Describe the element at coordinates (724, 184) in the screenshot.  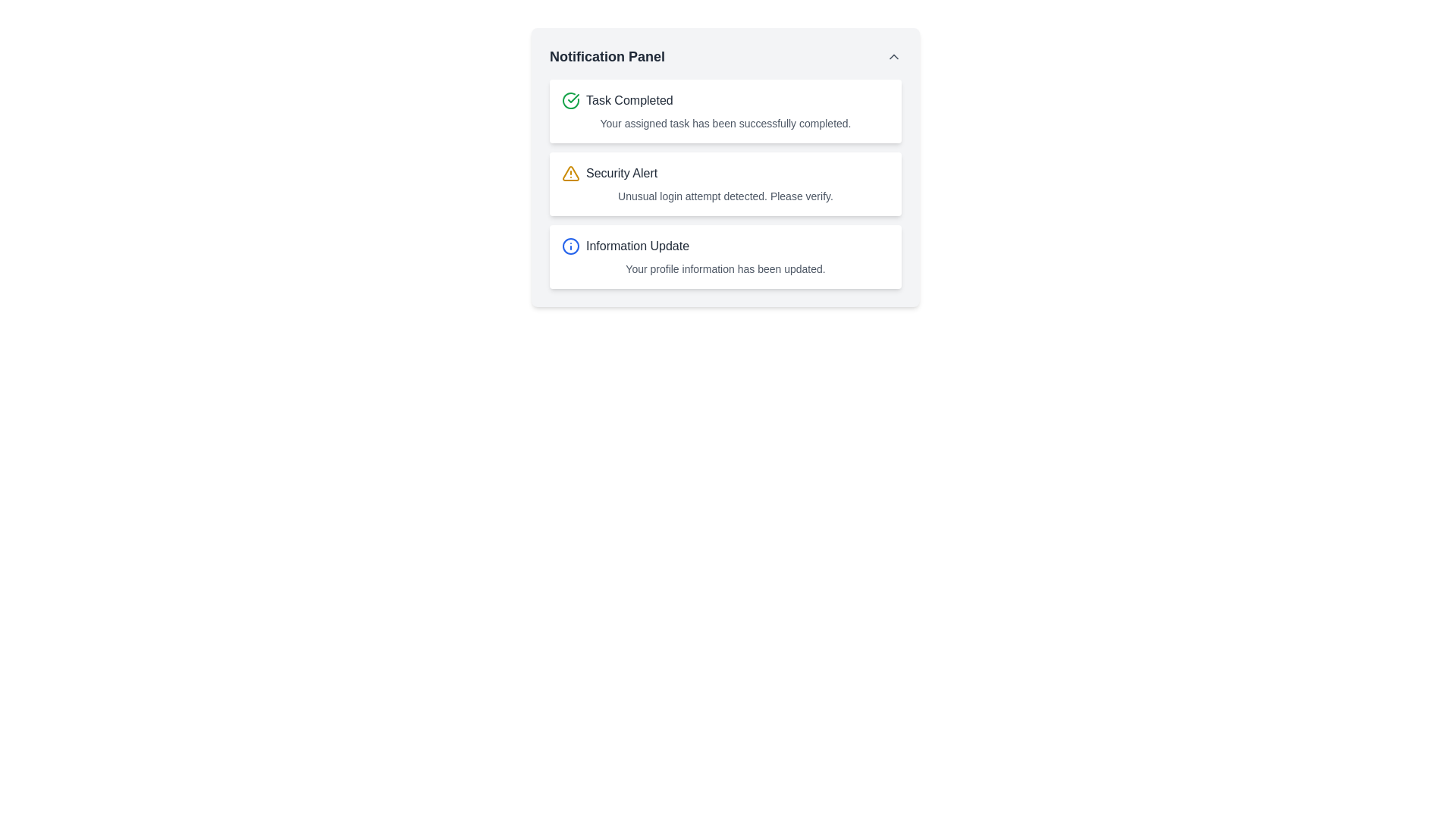
I see `the 'Security Alert' informational message component located in the Notification Panel, which is the second notification in the vertical list` at that location.